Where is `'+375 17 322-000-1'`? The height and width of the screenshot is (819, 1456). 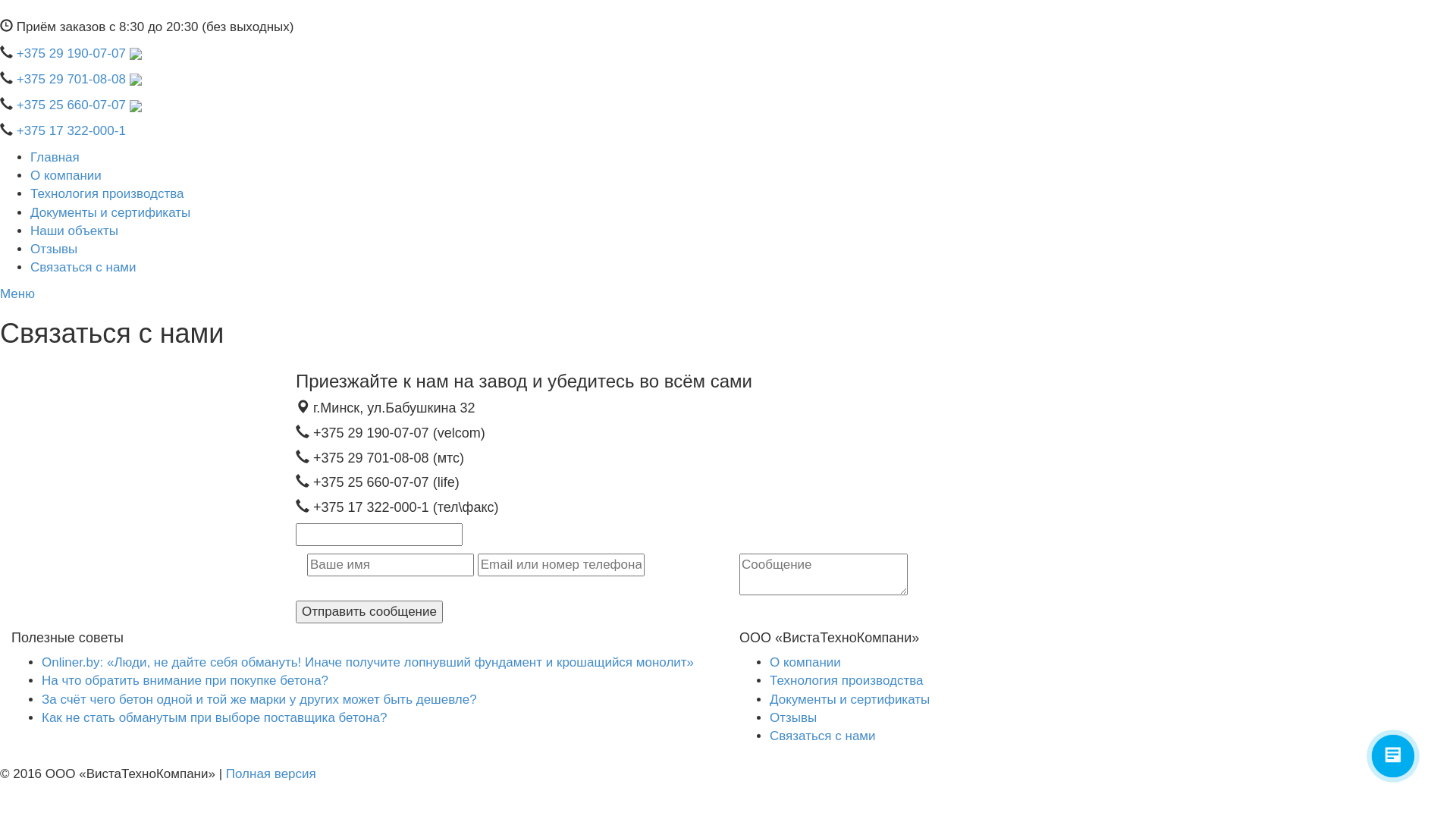 '+375 17 322-000-1' is located at coordinates (71, 130).